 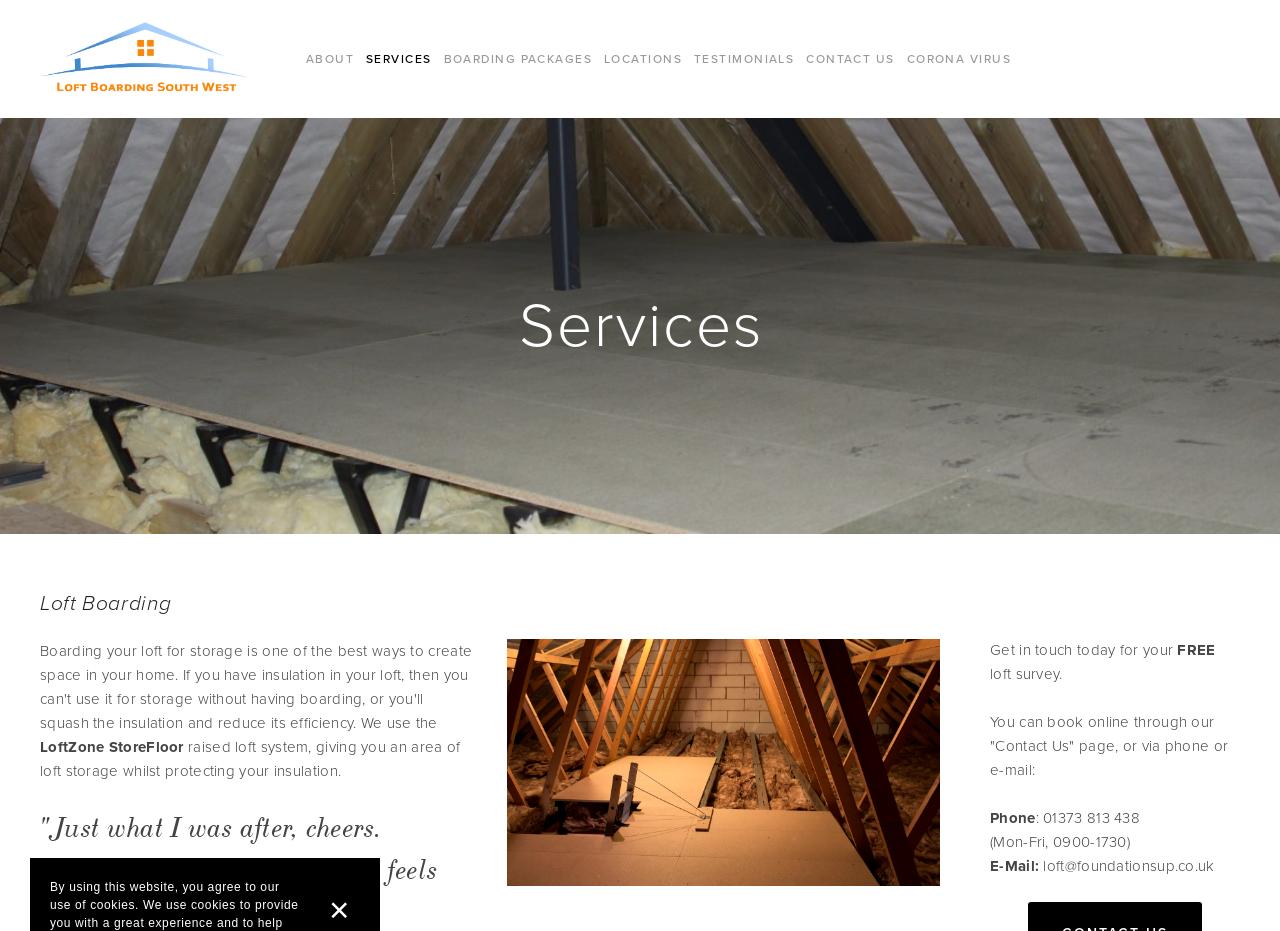 I want to click on 'loft survey.', so click(x=1026, y=672).